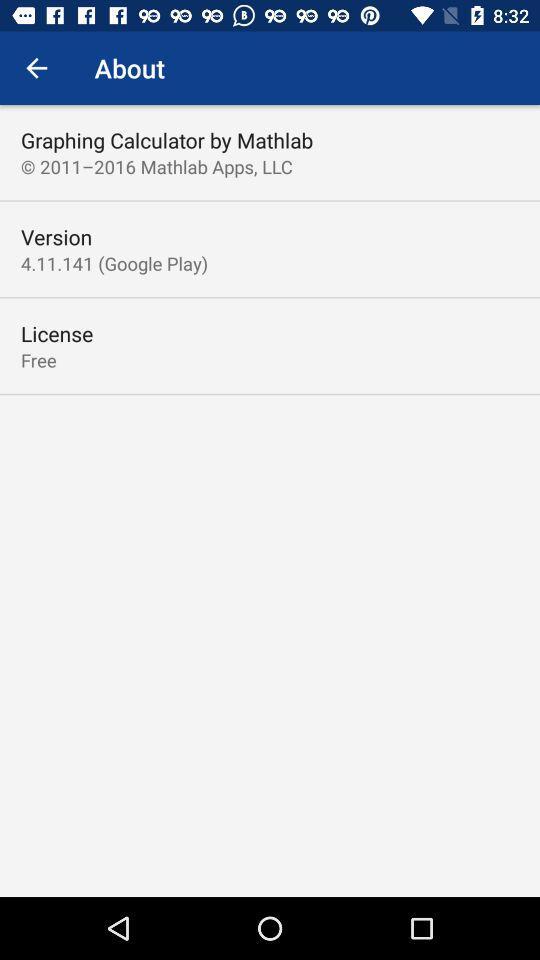 The height and width of the screenshot is (960, 540). Describe the element at coordinates (36, 68) in the screenshot. I see `the icon to the left of the about item` at that location.